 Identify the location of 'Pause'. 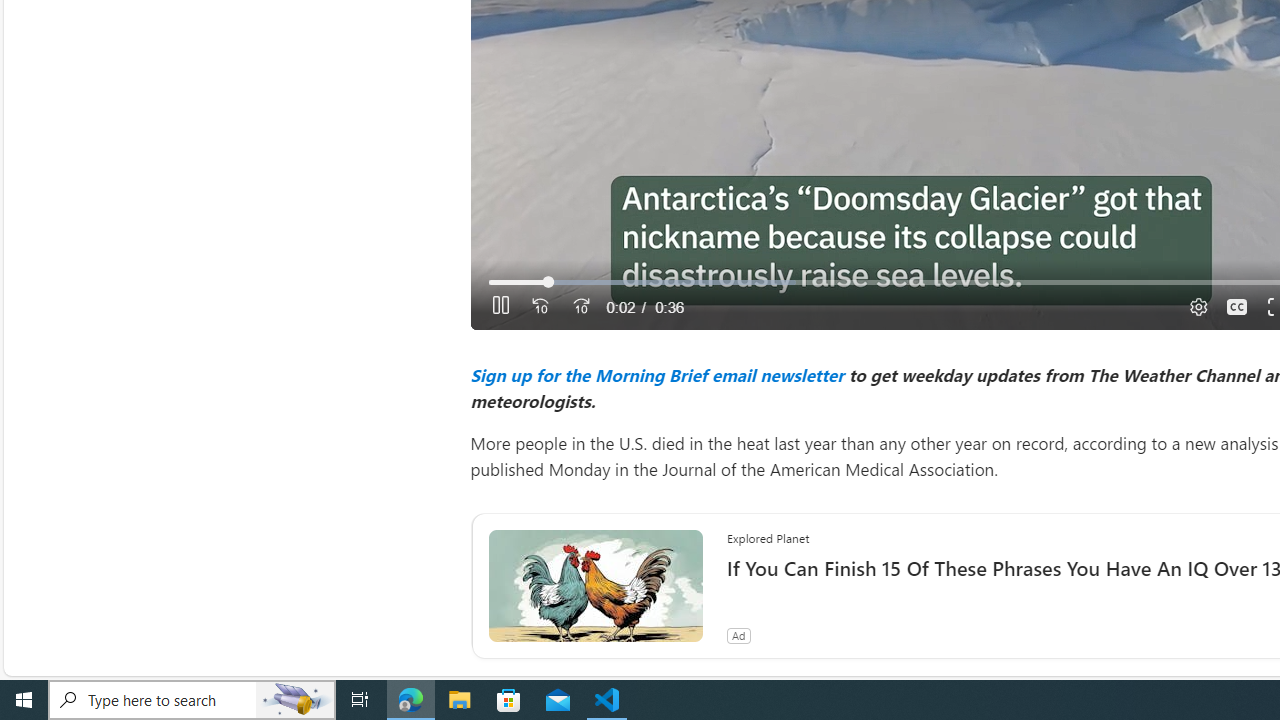
(500, 306).